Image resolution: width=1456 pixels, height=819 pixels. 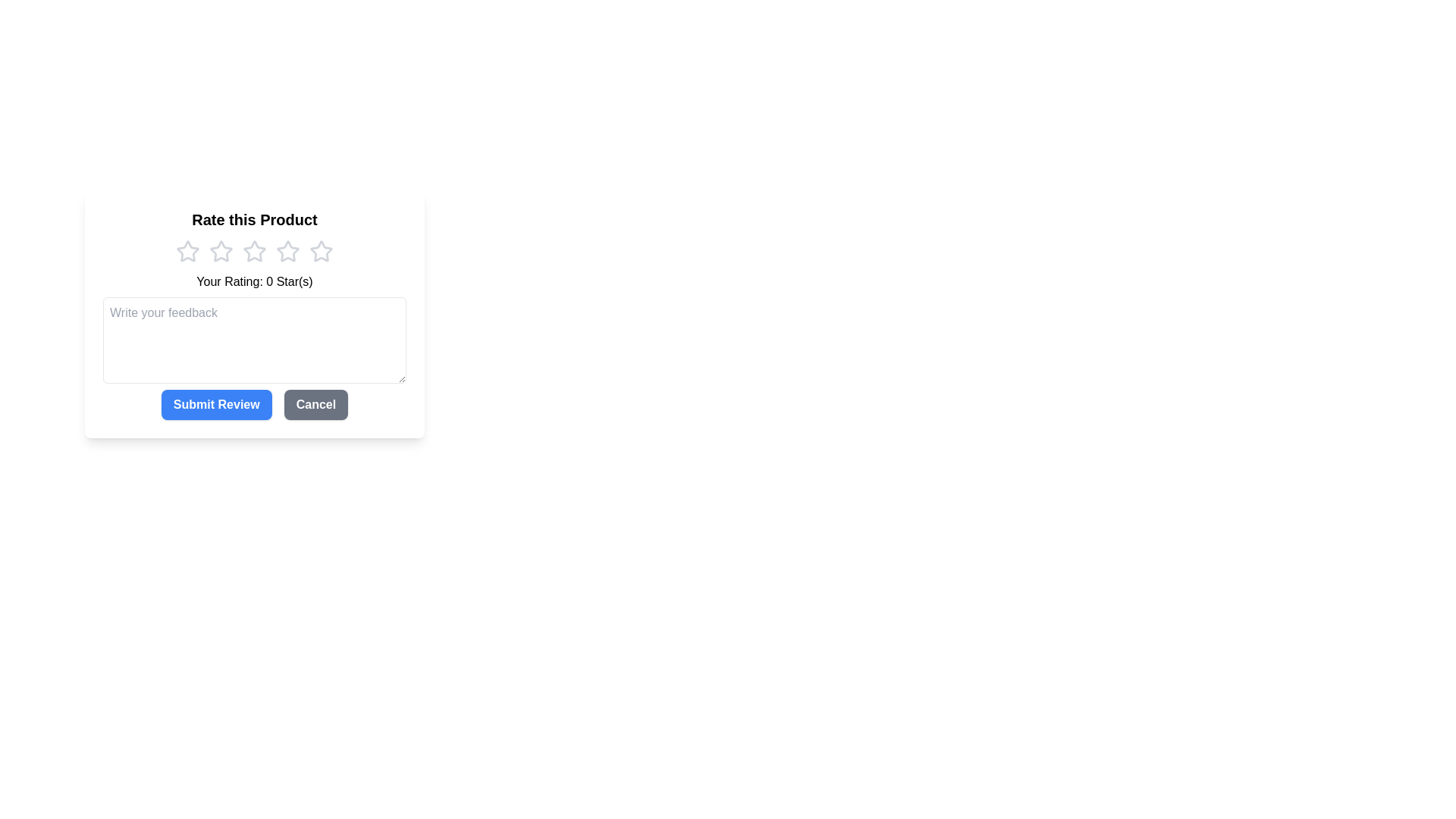 I want to click on the 'Submit Review' button, which is a blue button with white bold text, located at the bottom left of the dialog box, so click(x=215, y=403).